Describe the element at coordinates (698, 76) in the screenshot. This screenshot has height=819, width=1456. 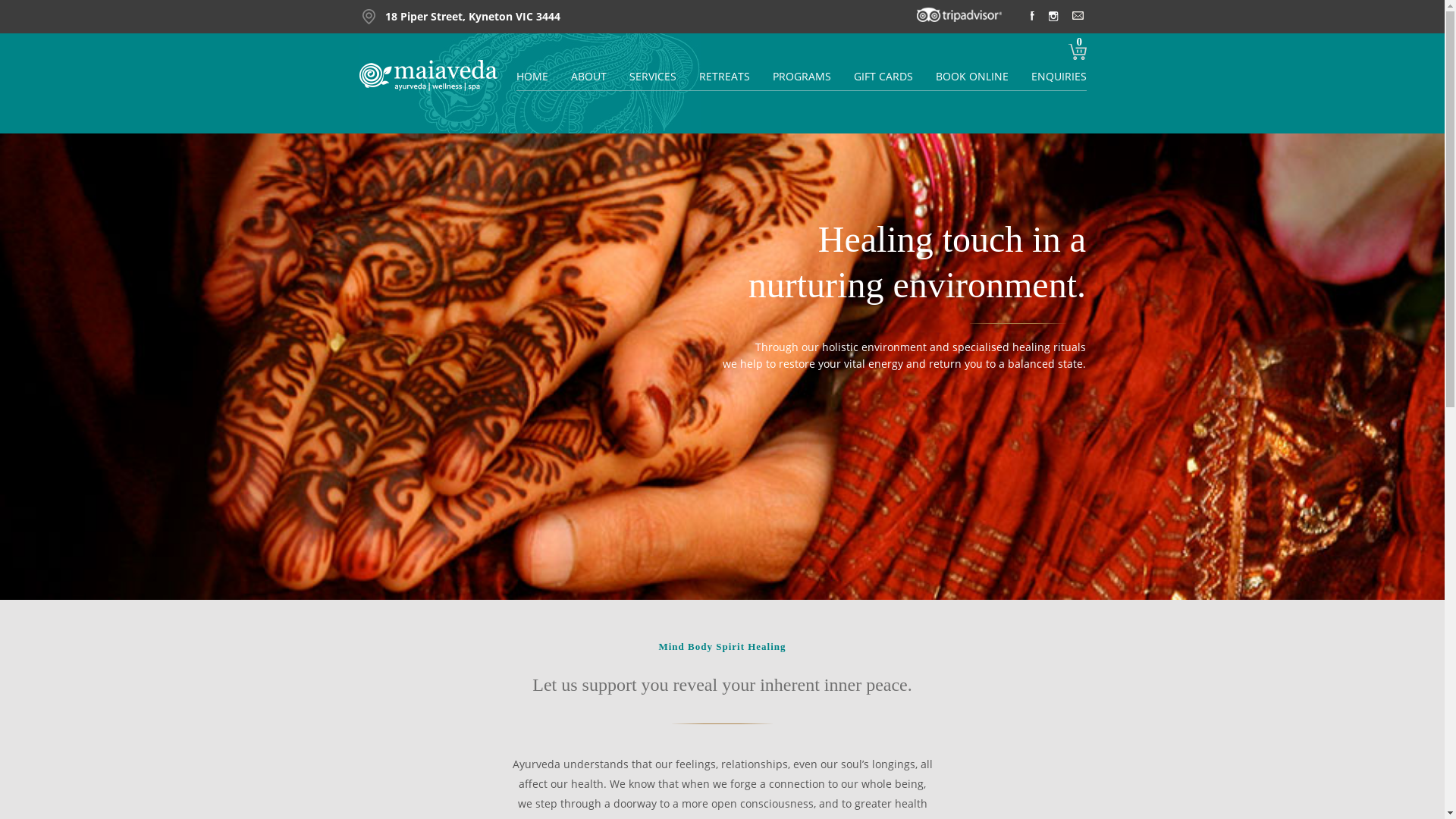
I see `'RETREATS'` at that location.